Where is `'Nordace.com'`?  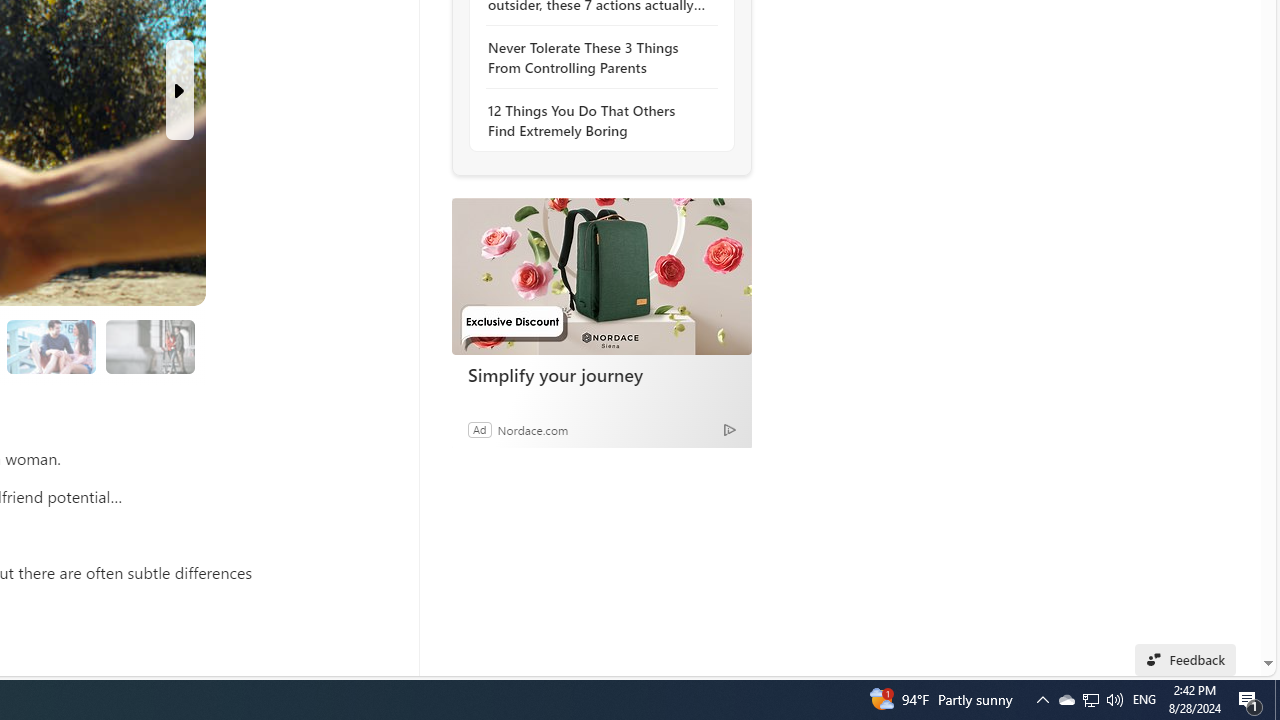 'Nordace.com' is located at coordinates (532, 428).